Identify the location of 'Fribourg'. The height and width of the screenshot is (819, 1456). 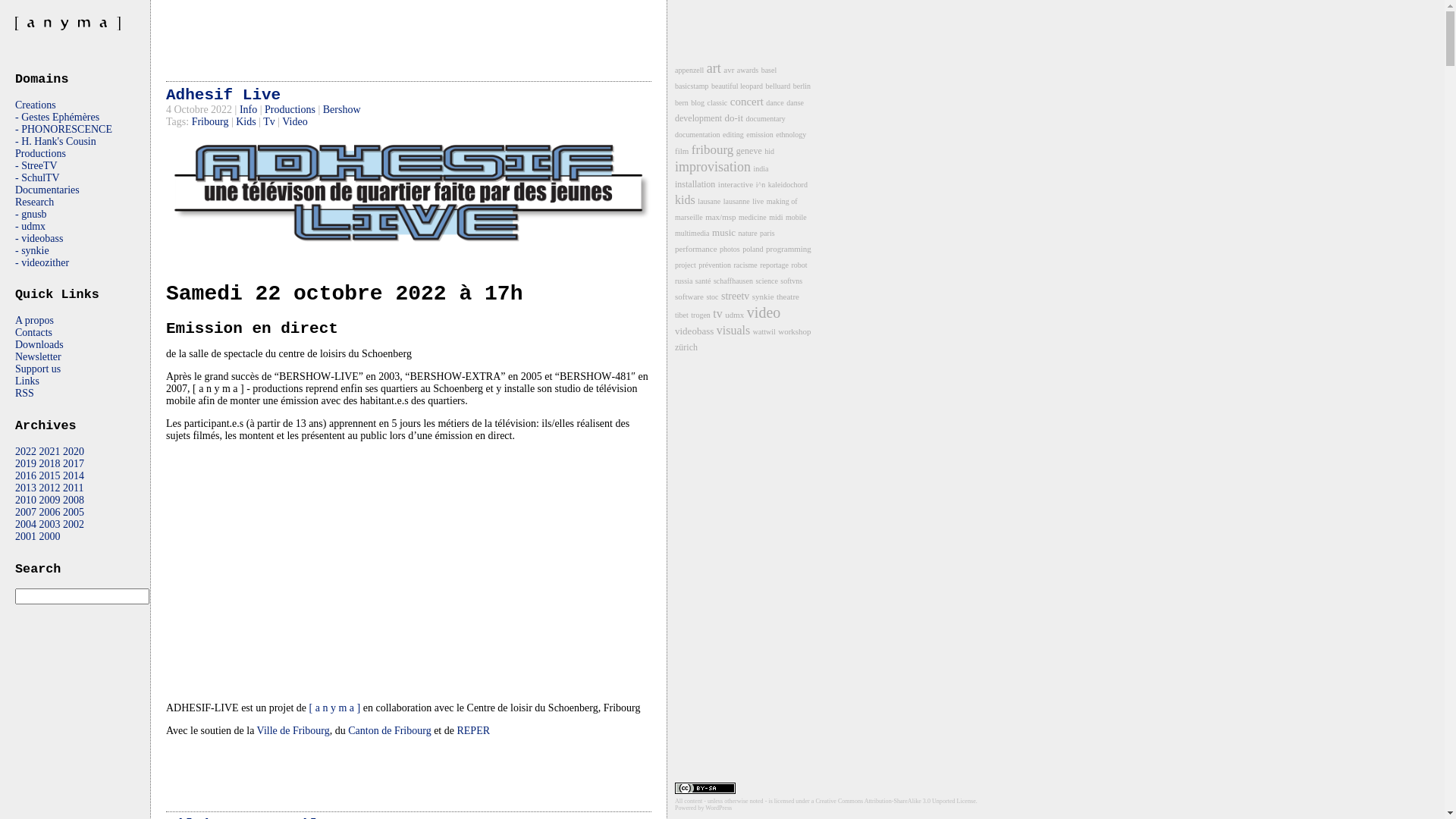
(191, 121).